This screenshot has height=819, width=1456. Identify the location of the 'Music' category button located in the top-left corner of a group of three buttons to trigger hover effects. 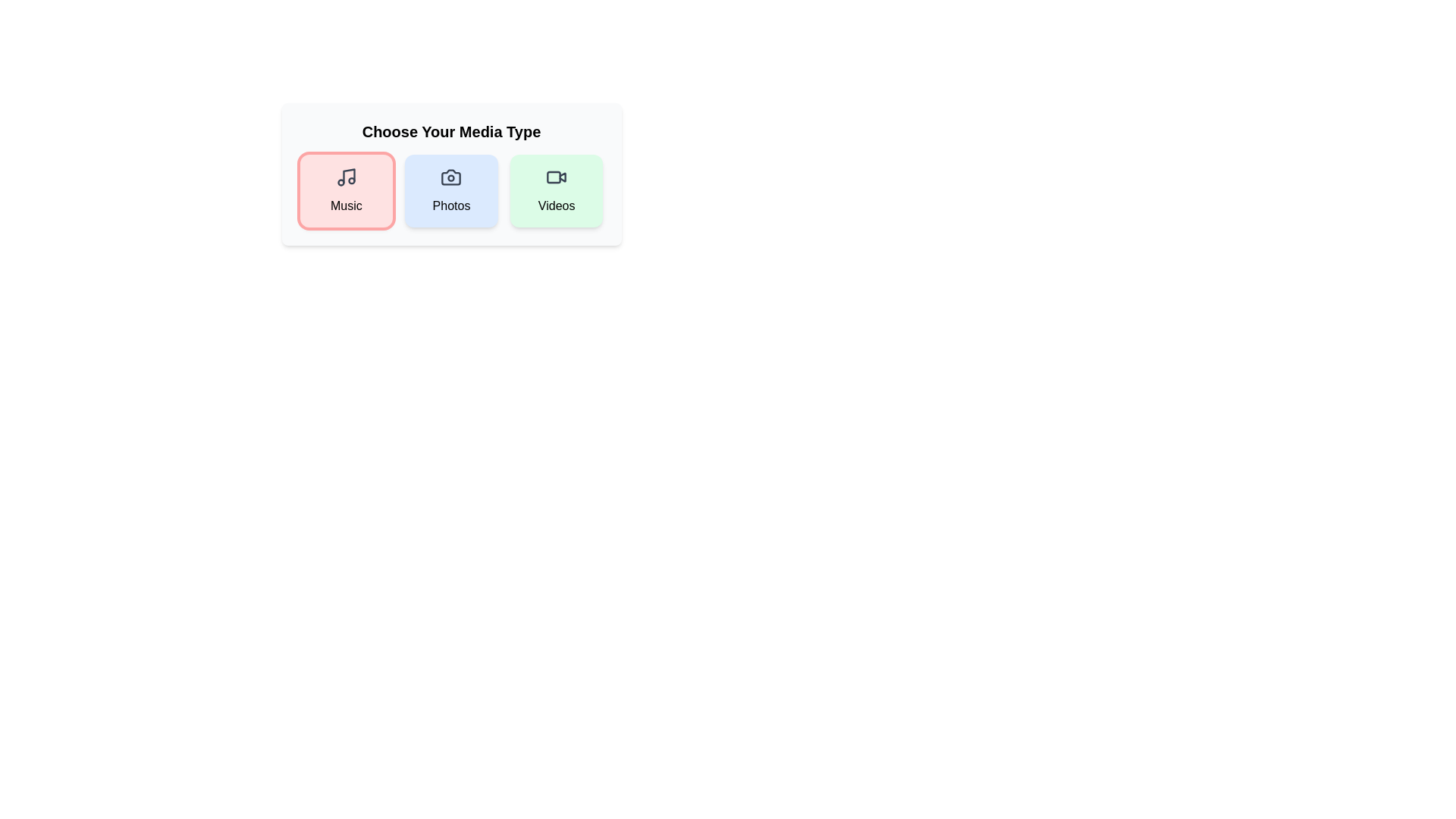
(345, 190).